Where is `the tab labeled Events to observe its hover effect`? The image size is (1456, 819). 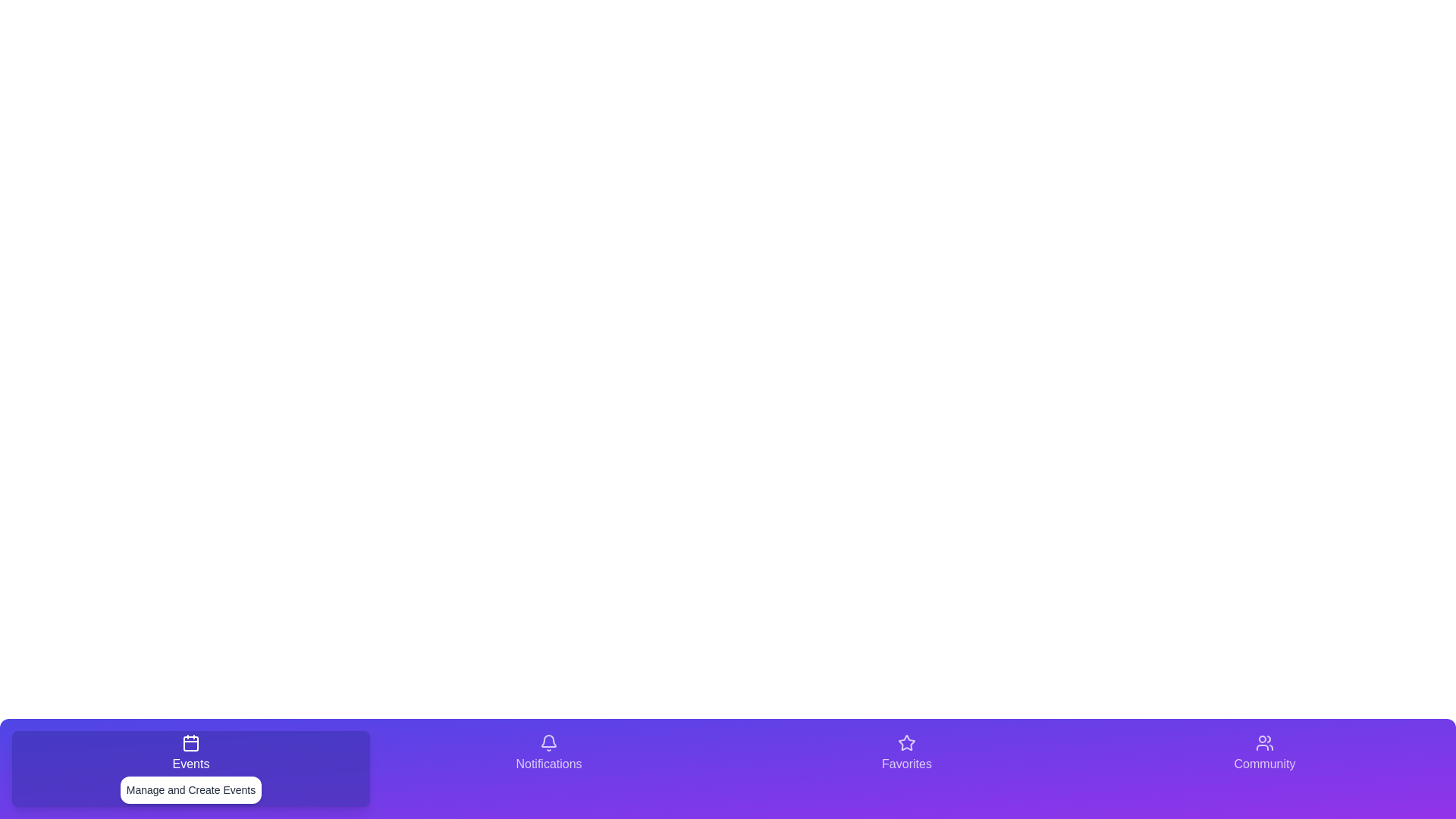
the tab labeled Events to observe its hover effect is located at coordinates (190, 769).